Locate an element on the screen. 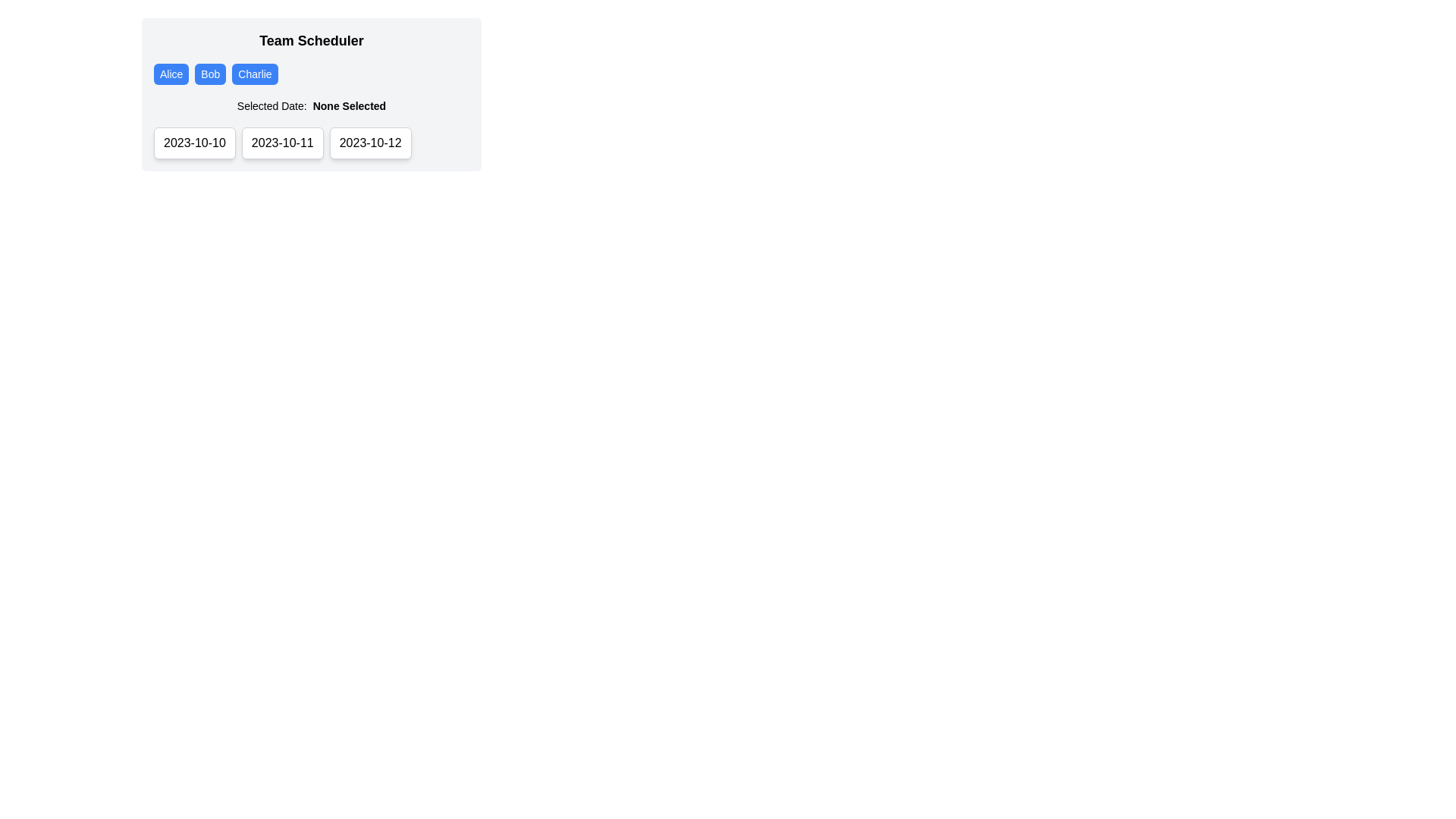 Image resolution: width=1456 pixels, height=819 pixels. the 'Bob' button, which is a small rectangular button with a blue background and white text is located at coordinates (209, 74).